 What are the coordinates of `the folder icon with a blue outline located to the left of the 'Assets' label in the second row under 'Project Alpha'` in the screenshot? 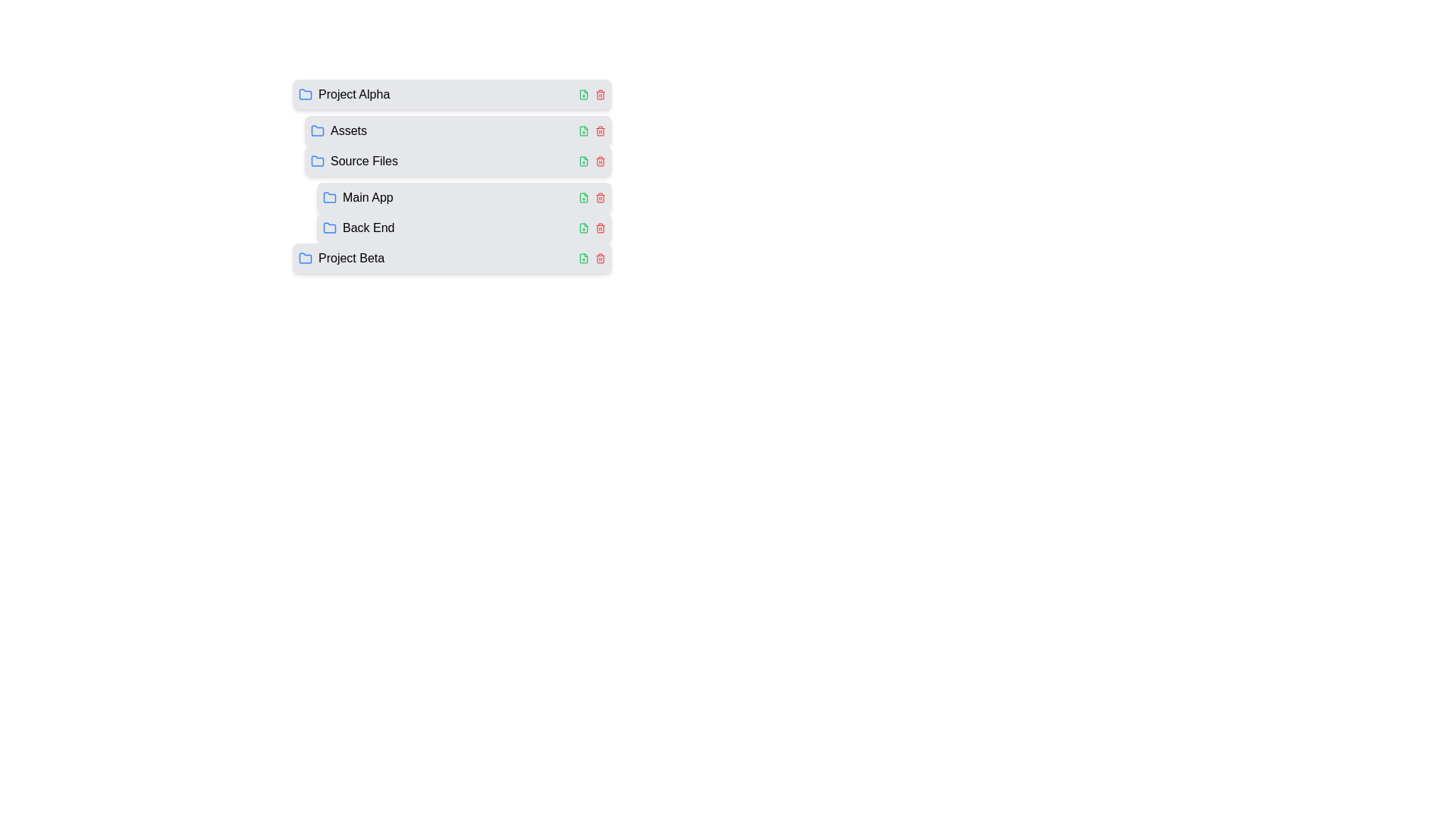 It's located at (316, 130).